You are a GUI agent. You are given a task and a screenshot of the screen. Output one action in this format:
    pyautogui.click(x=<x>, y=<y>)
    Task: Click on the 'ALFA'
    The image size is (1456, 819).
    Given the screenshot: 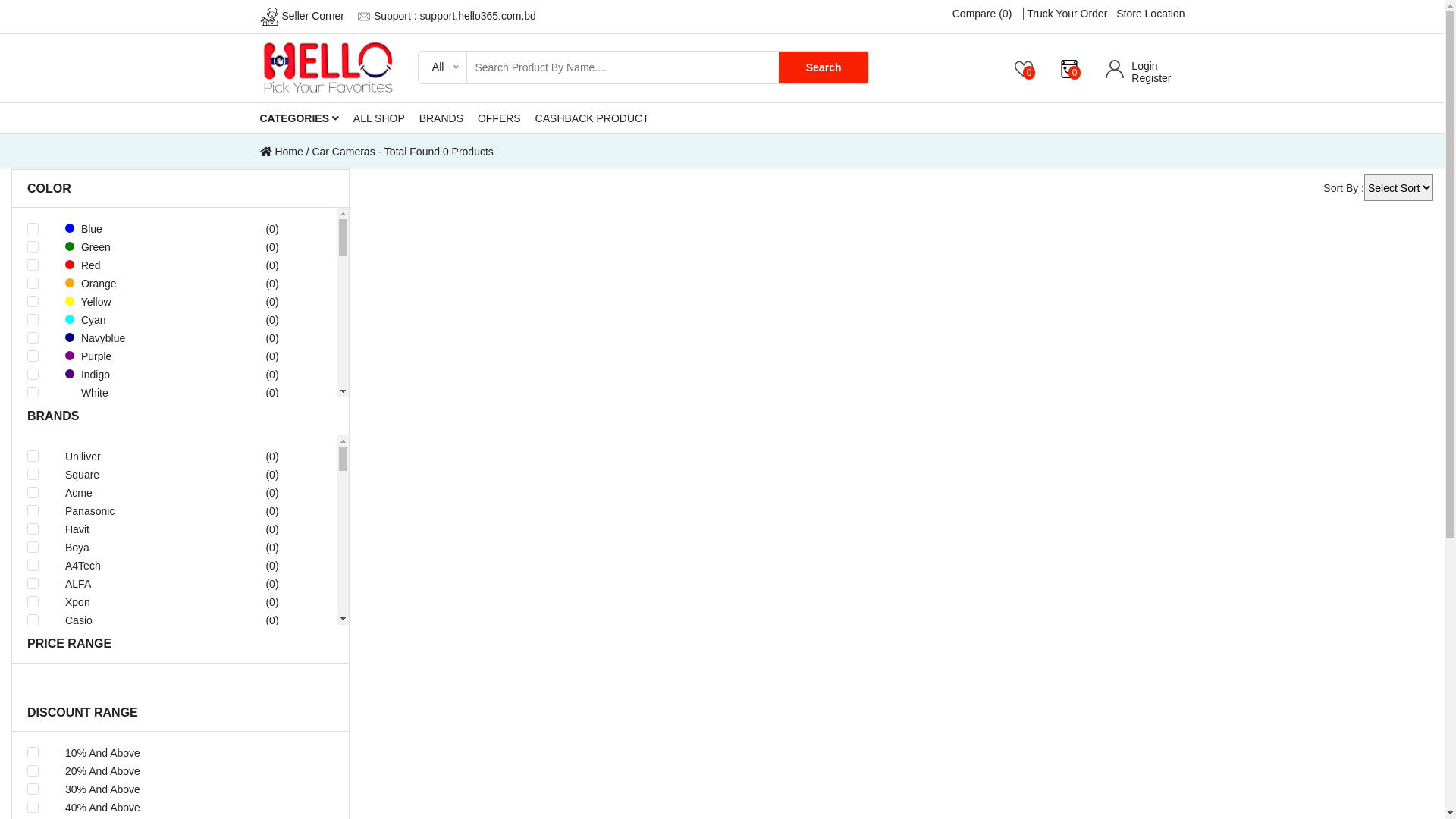 What is the action you would take?
    pyautogui.click(x=142, y=583)
    